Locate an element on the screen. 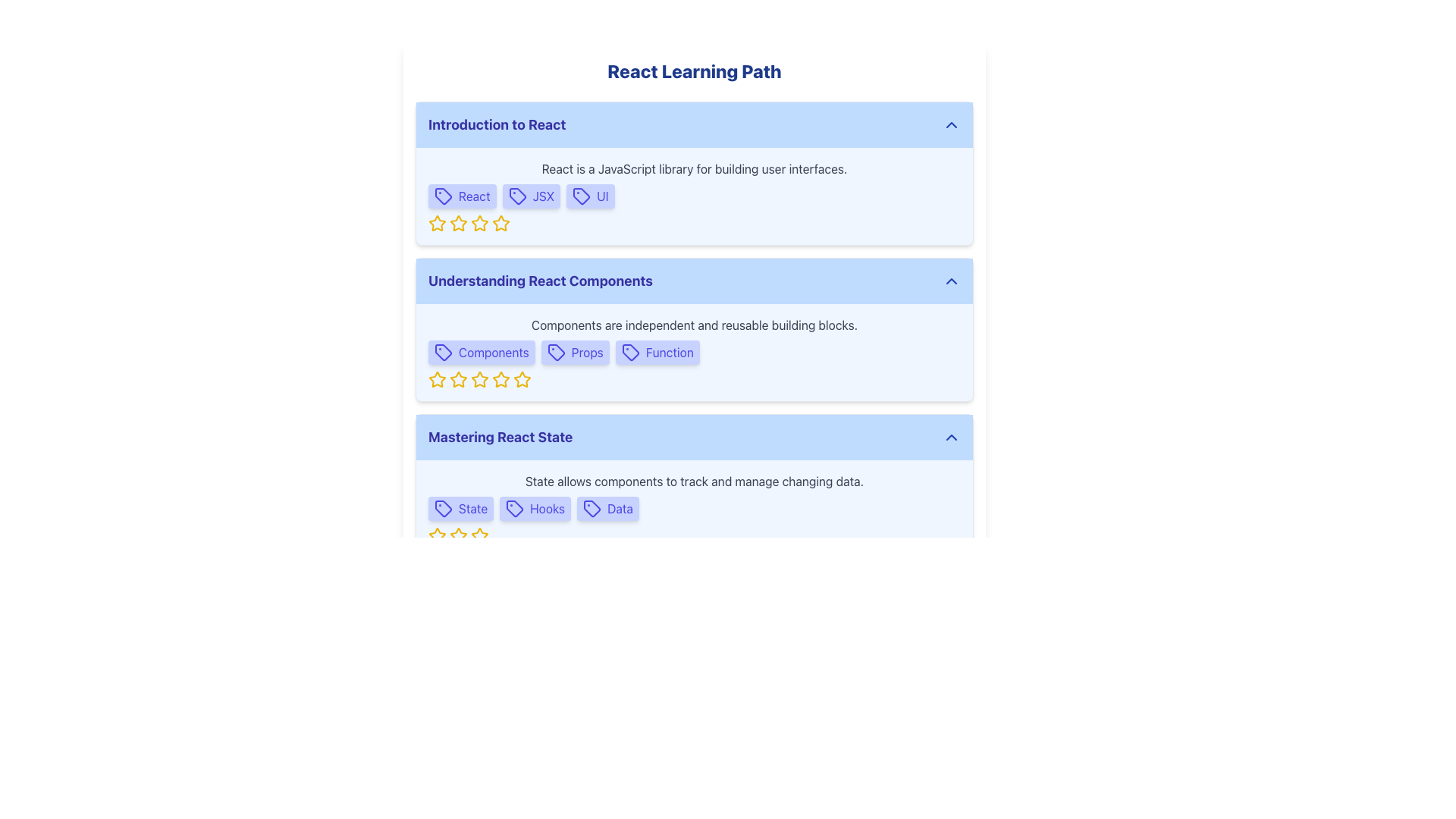 The width and height of the screenshot is (1456, 819). the second button-like tag or label that categorizes or describes 'Props' in the 'Understanding React Components' section to interact with it is located at coordinates (574, 353).